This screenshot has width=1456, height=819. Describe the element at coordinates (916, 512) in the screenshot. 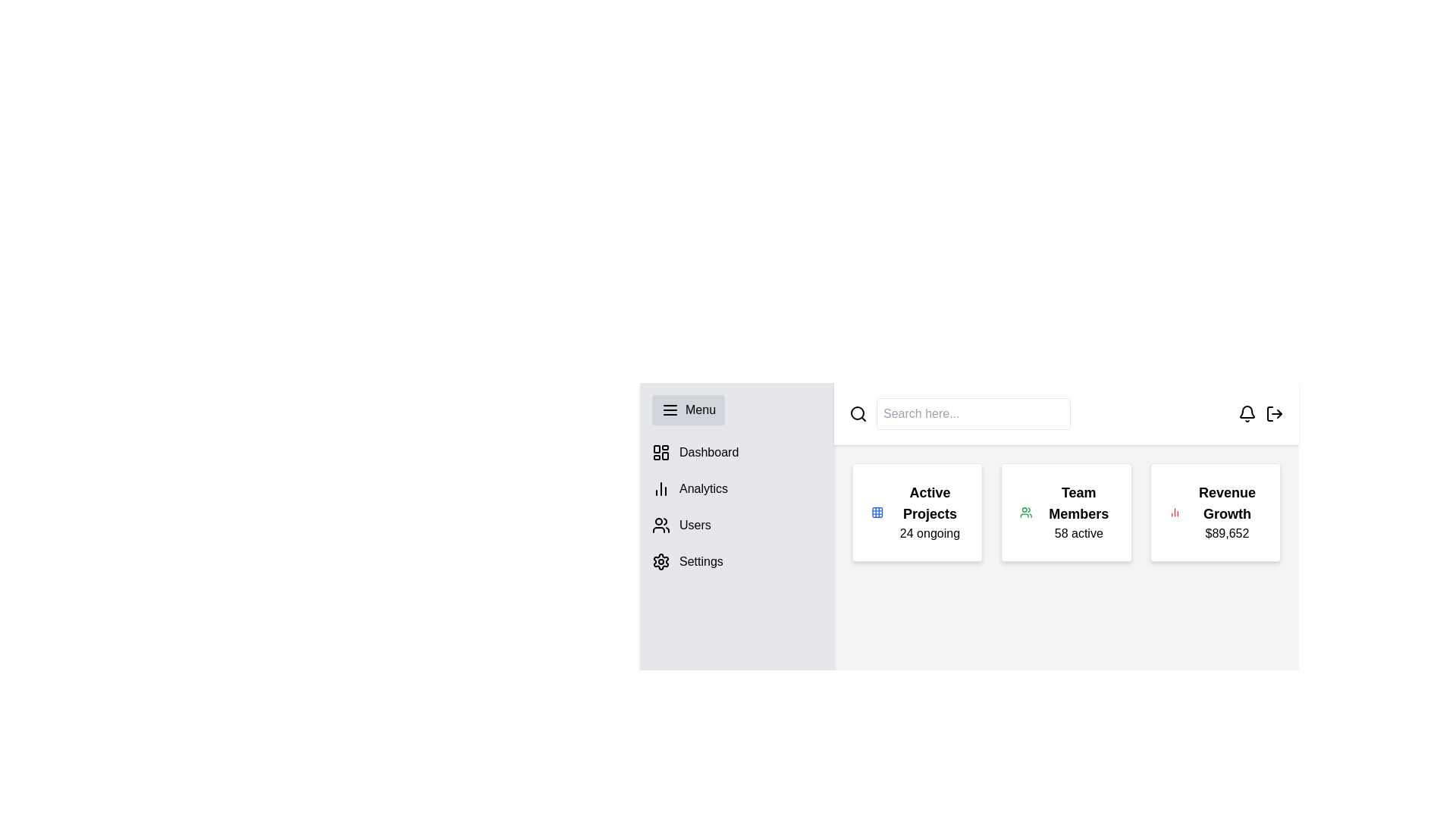

I see `the information inside the 'Active Projects' card, which is the first card in a grid layout displaying project status and count` at that location.